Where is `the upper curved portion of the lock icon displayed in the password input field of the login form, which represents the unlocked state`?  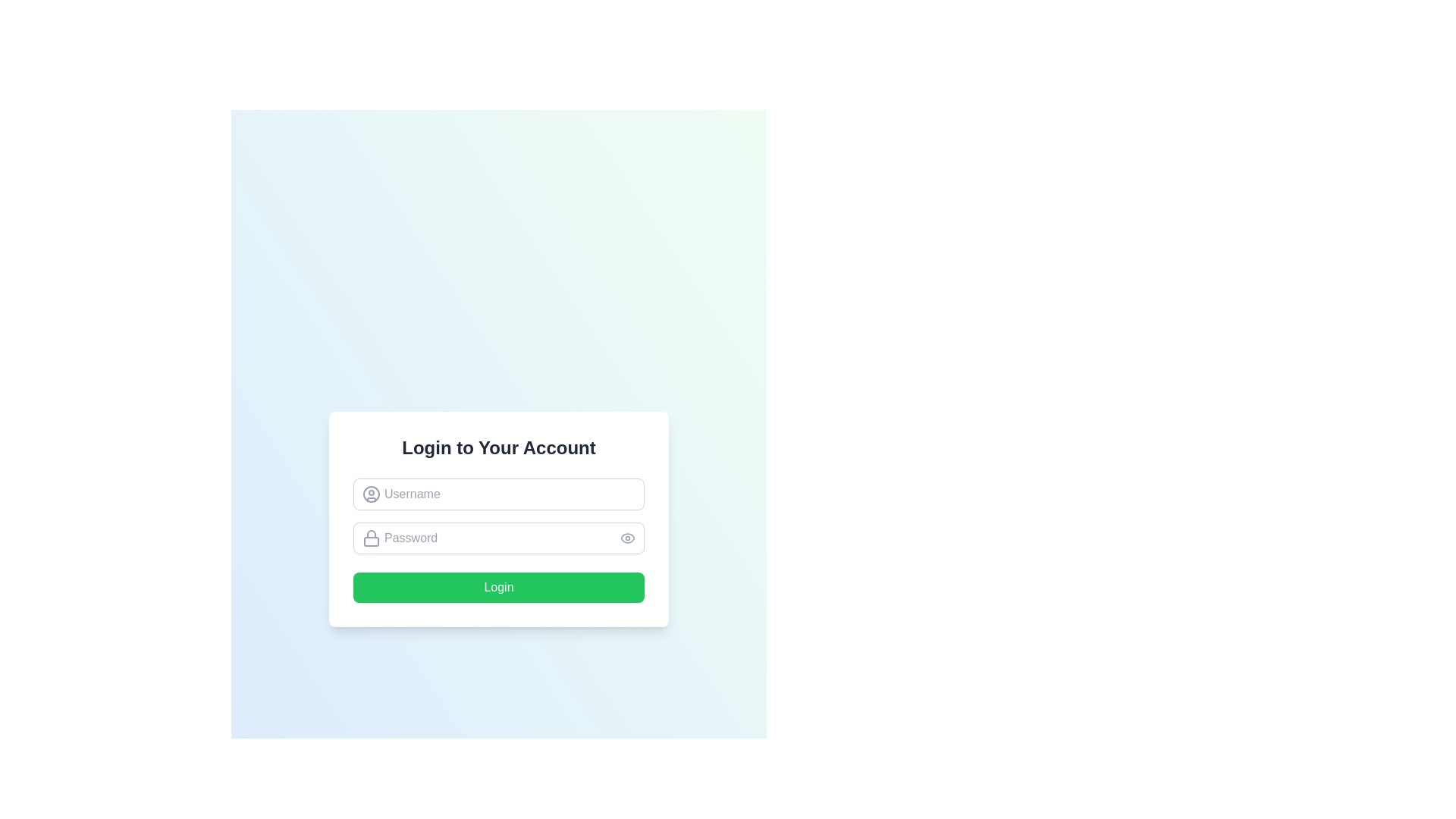 the upper curved portion of the lock icon displayed in the password input field of the login form, which represents the unlocked state is located at coordinates (371, 533).